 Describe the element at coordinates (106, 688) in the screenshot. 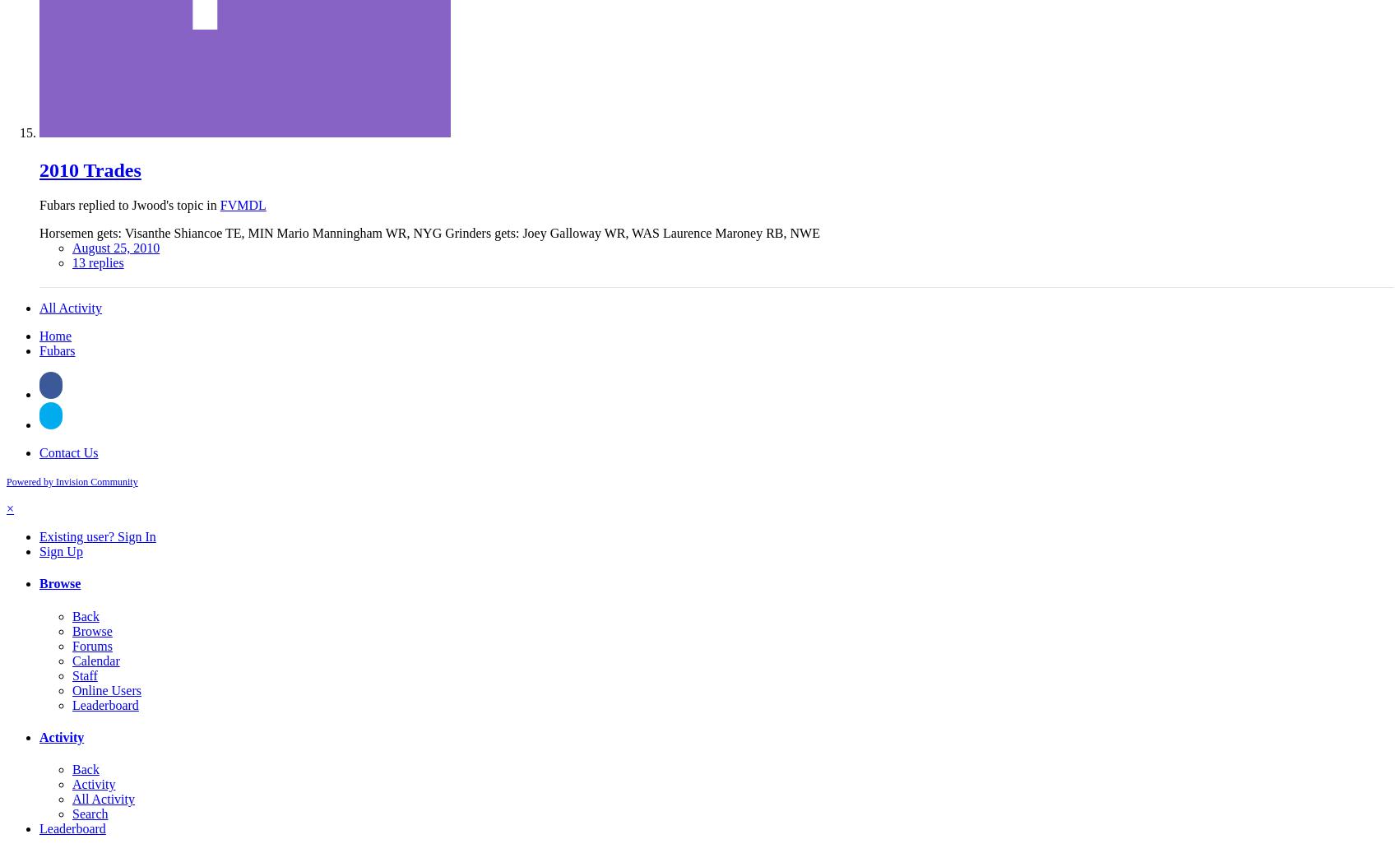

I see `'Online Users'` at that location.